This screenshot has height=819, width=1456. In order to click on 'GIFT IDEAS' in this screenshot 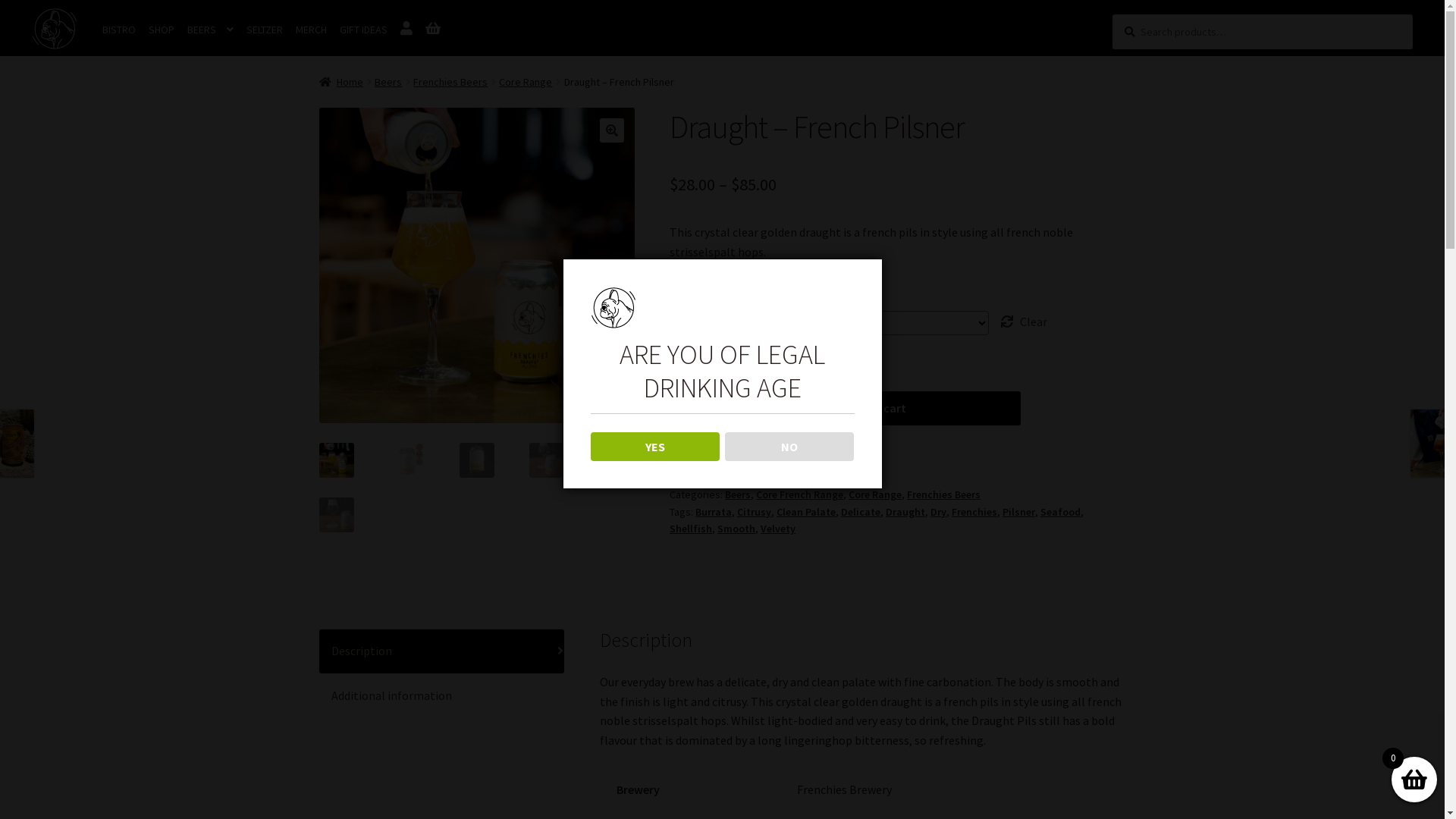, I will do `click(362, 30)`.